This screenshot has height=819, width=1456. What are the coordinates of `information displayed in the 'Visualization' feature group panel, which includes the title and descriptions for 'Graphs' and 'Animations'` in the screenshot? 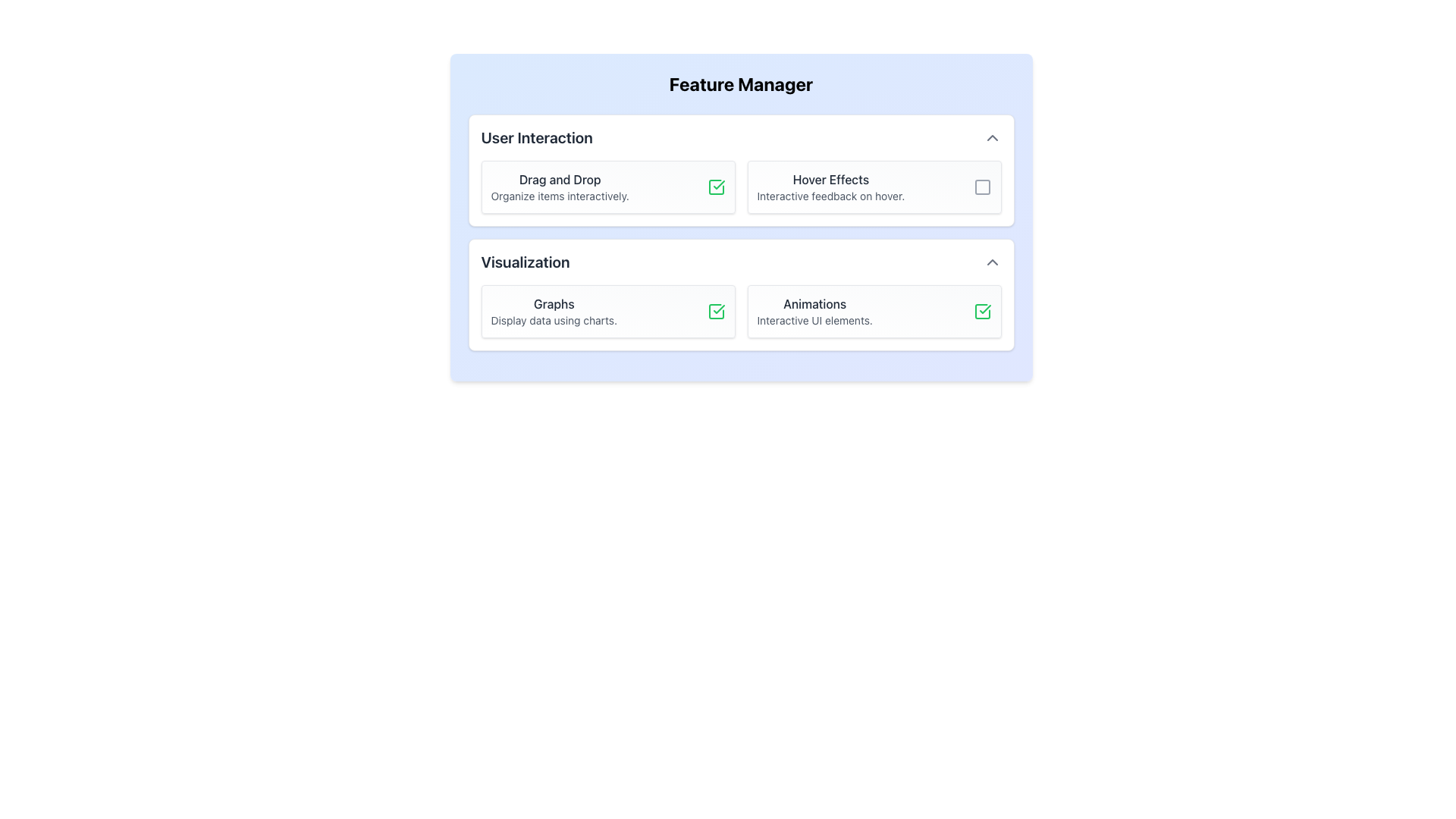 It's located at (741, 295).